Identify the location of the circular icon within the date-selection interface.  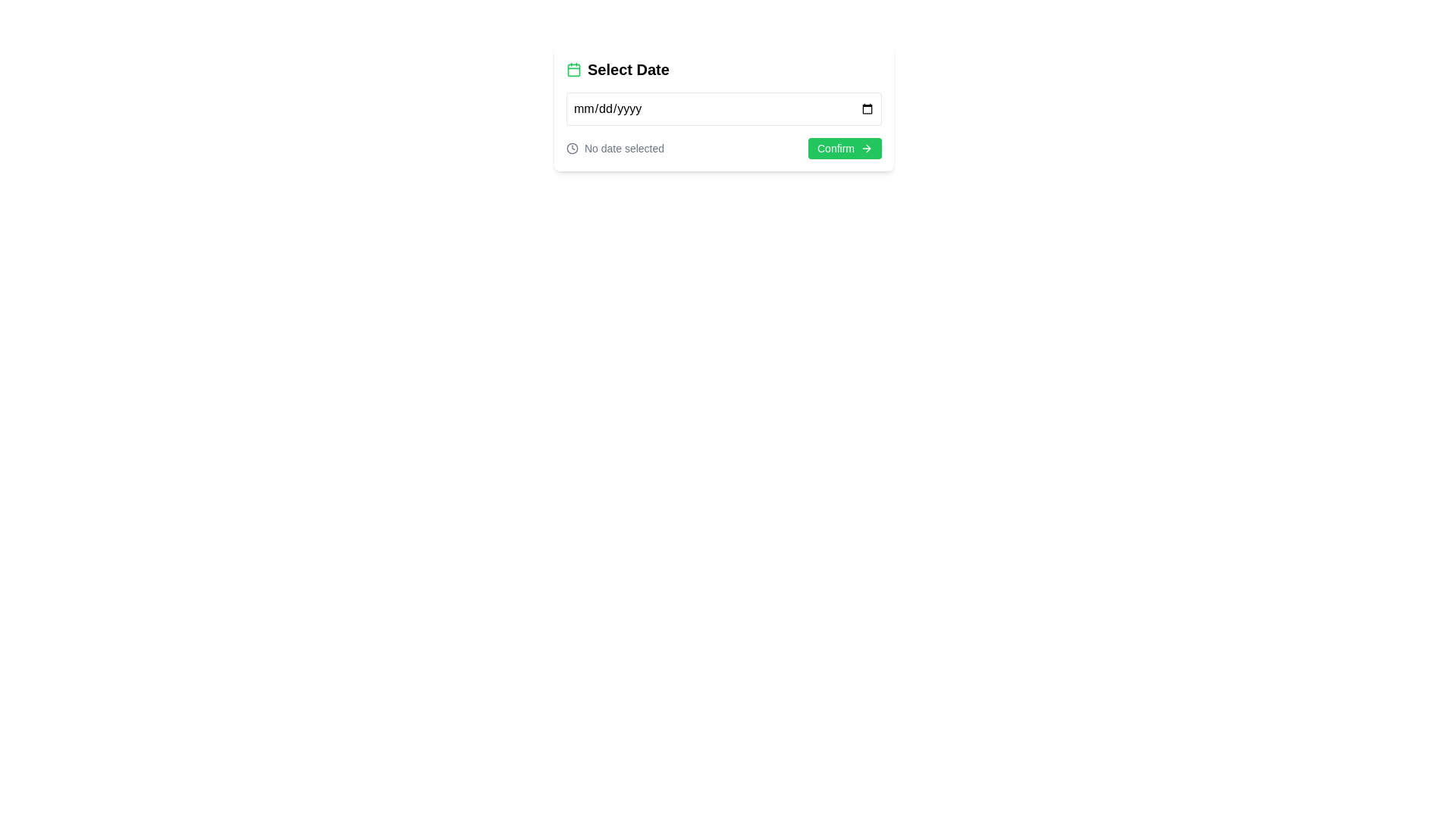
(571, 149).